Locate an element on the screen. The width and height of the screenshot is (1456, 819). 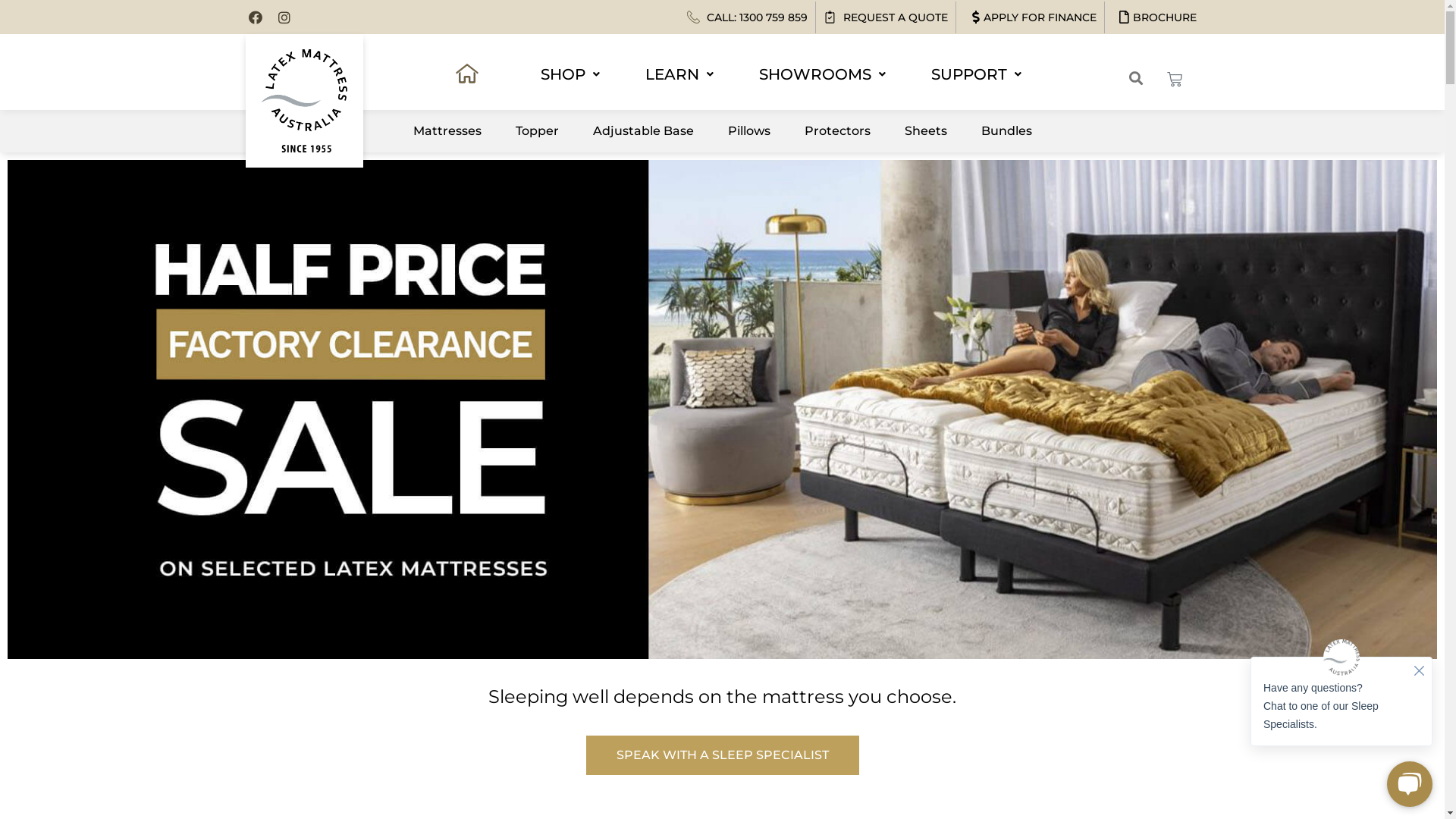
'SUPPORT' is located at coordinates (975, 74).